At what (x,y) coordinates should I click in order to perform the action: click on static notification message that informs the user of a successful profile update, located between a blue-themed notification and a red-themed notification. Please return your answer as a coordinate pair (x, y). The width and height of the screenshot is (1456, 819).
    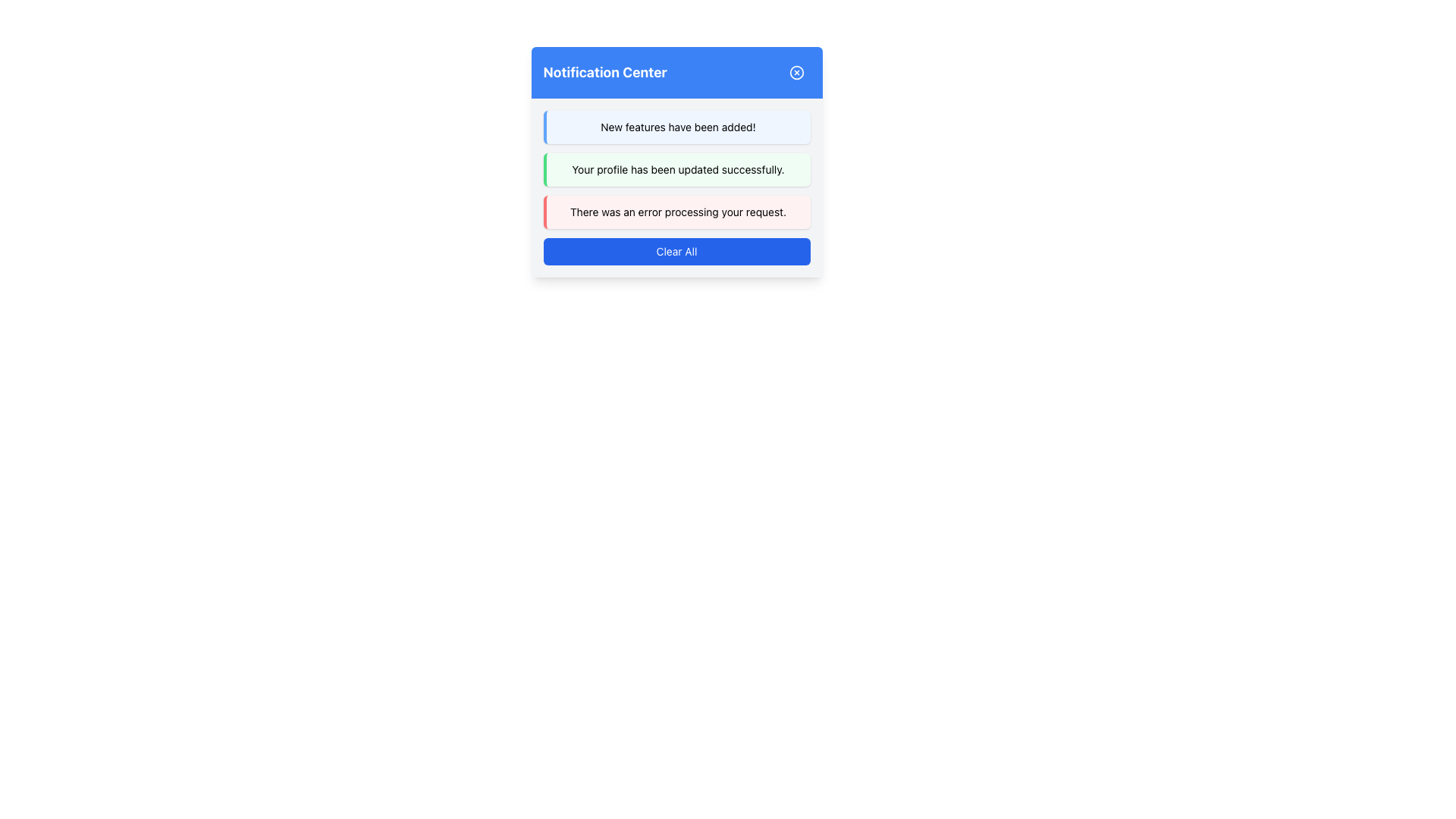
    Looking at the image, I should click on (676, 169).